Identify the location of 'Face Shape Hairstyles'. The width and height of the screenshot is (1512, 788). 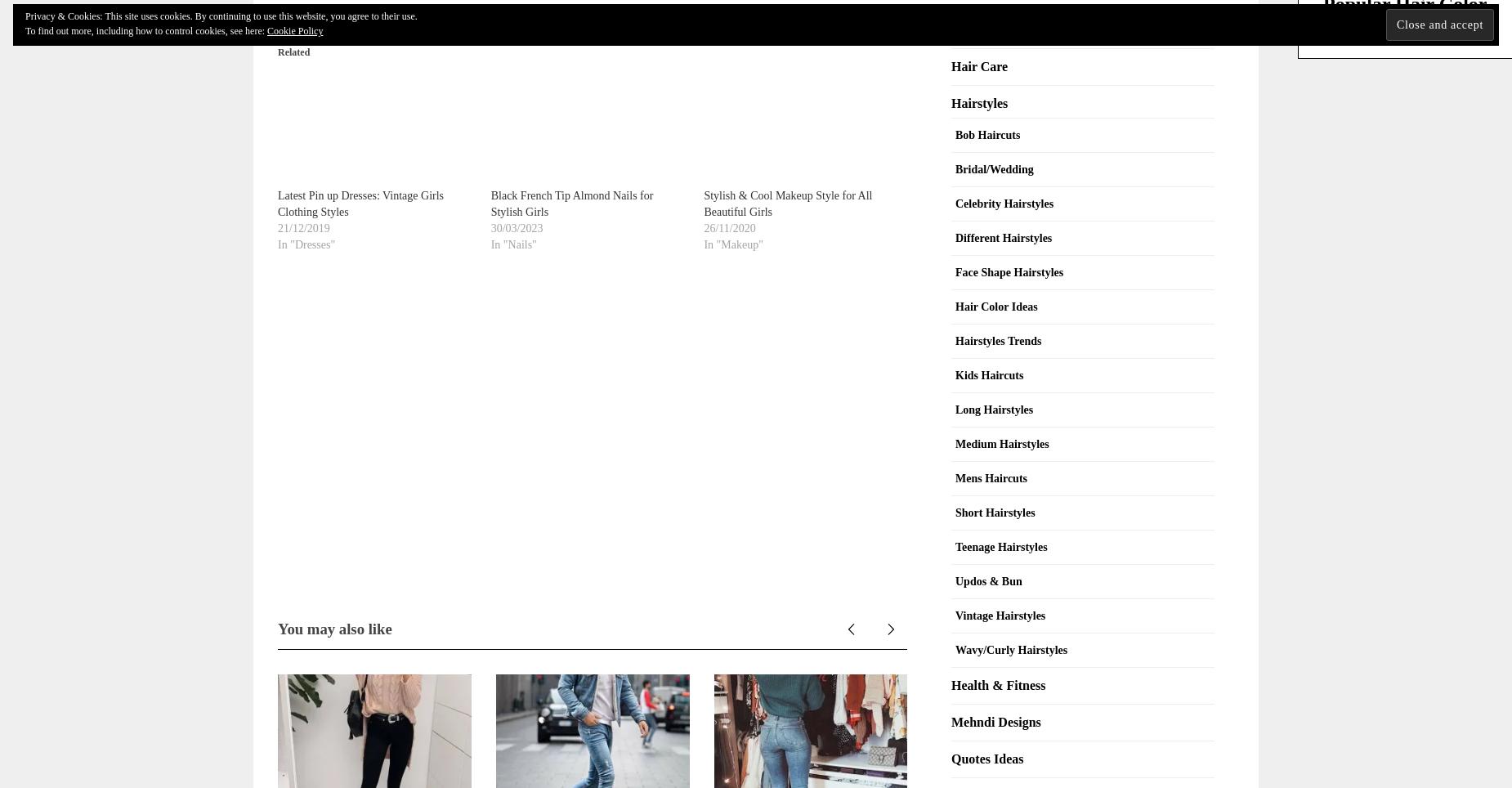
(955, 271).